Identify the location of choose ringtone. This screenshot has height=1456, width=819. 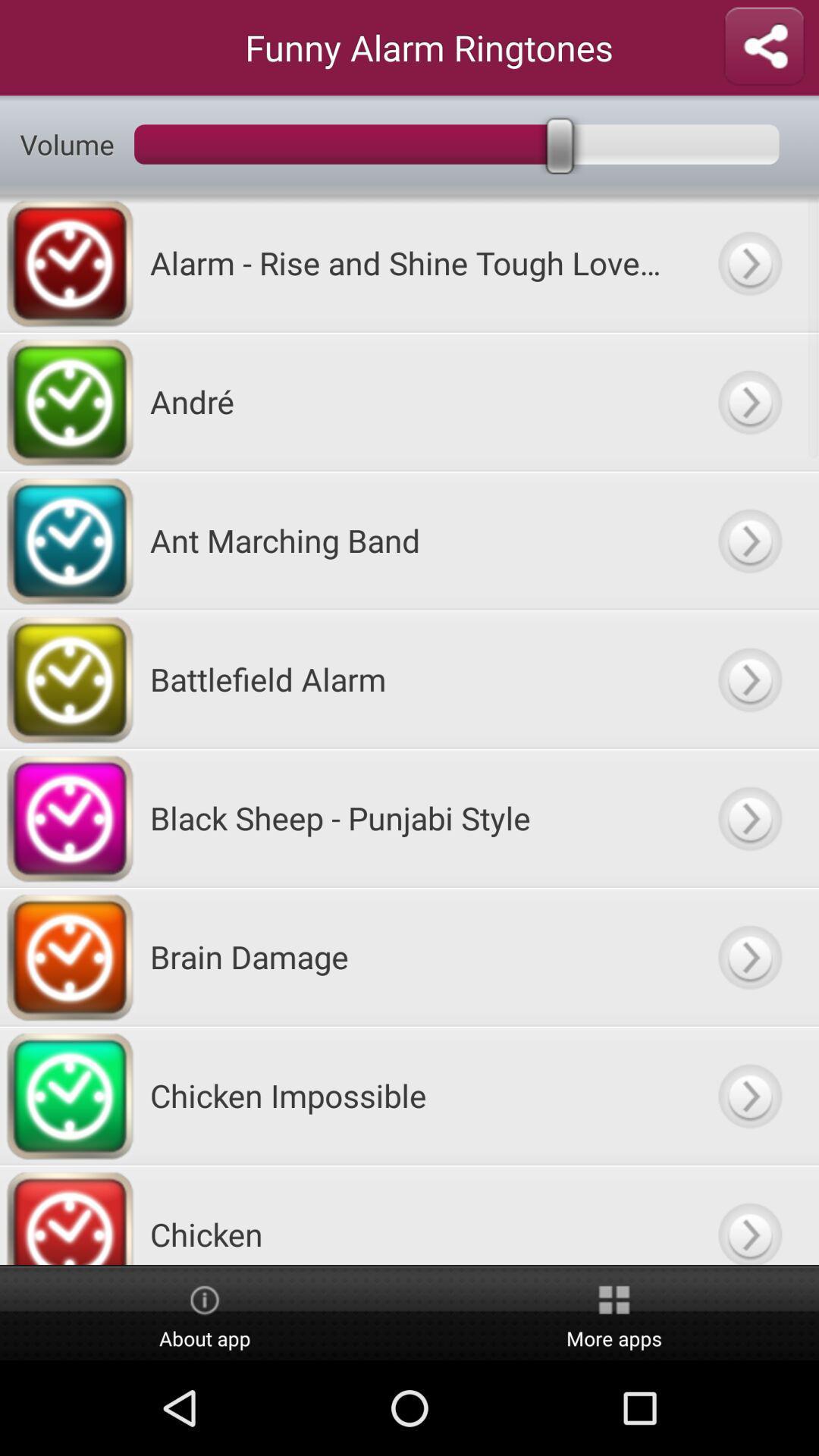
(748, 1215).